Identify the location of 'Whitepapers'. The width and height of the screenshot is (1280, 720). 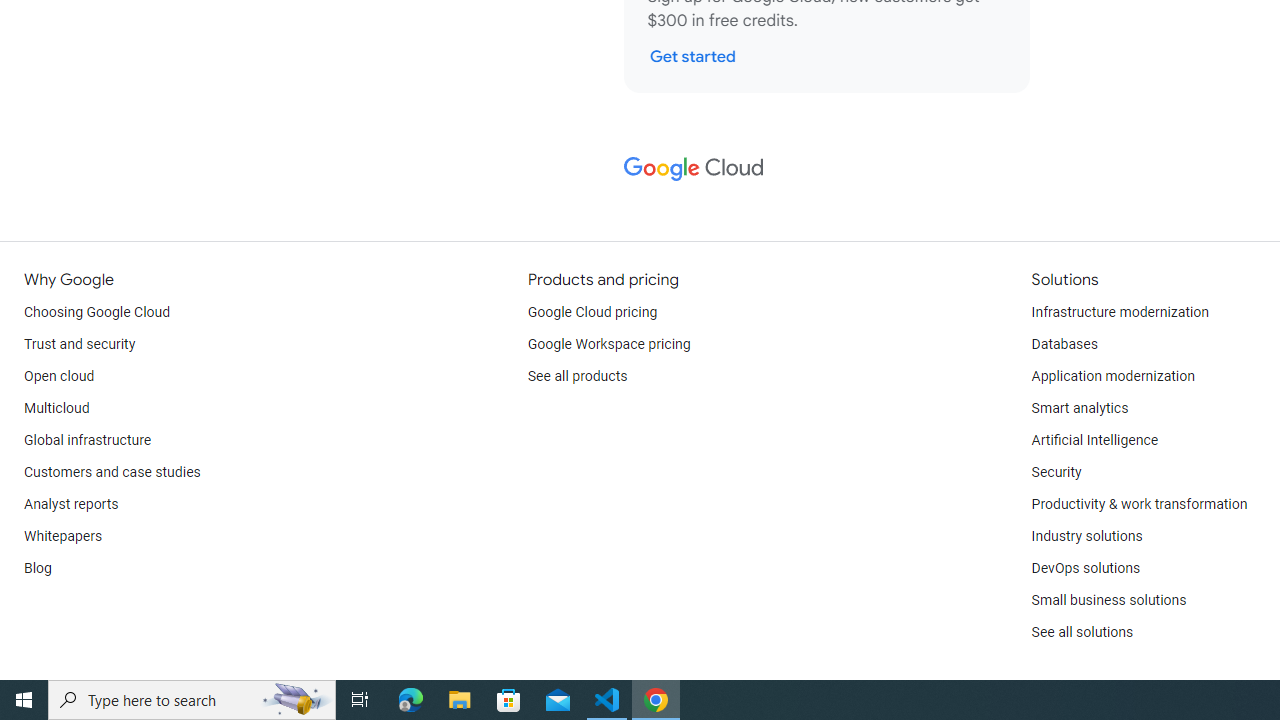
(63, 536).